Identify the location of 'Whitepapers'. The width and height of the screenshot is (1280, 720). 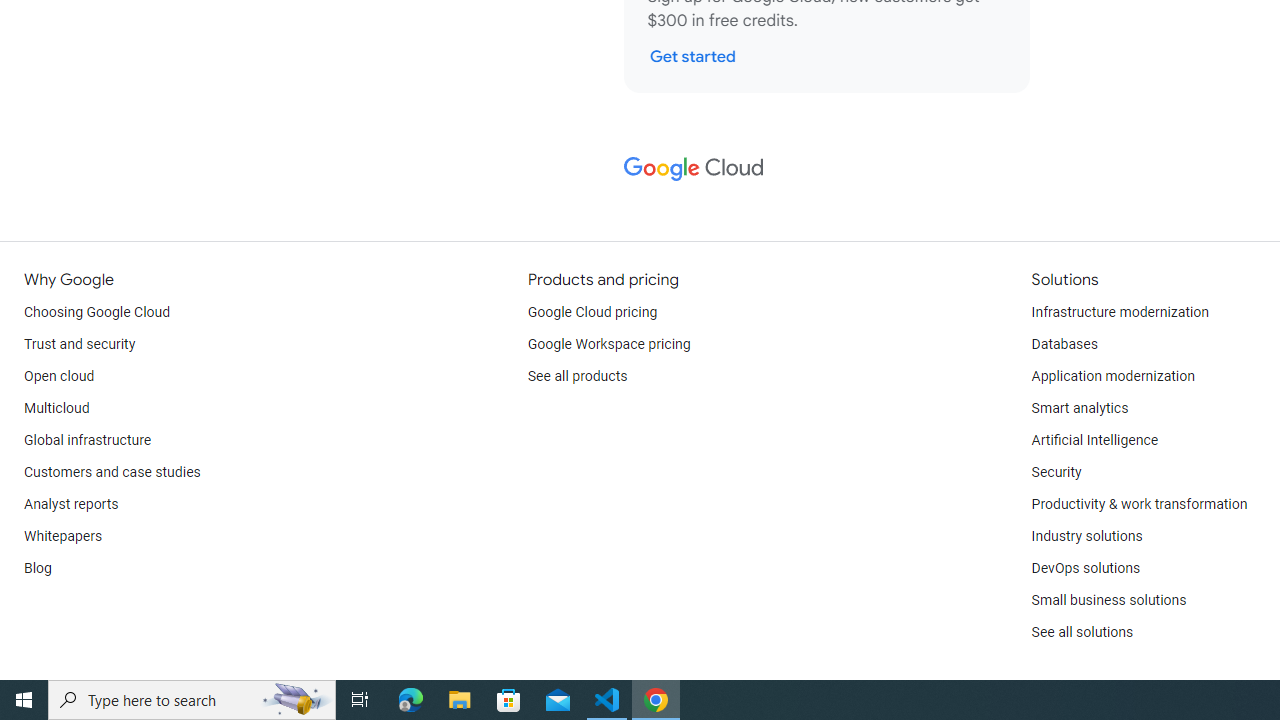
(63, 536).